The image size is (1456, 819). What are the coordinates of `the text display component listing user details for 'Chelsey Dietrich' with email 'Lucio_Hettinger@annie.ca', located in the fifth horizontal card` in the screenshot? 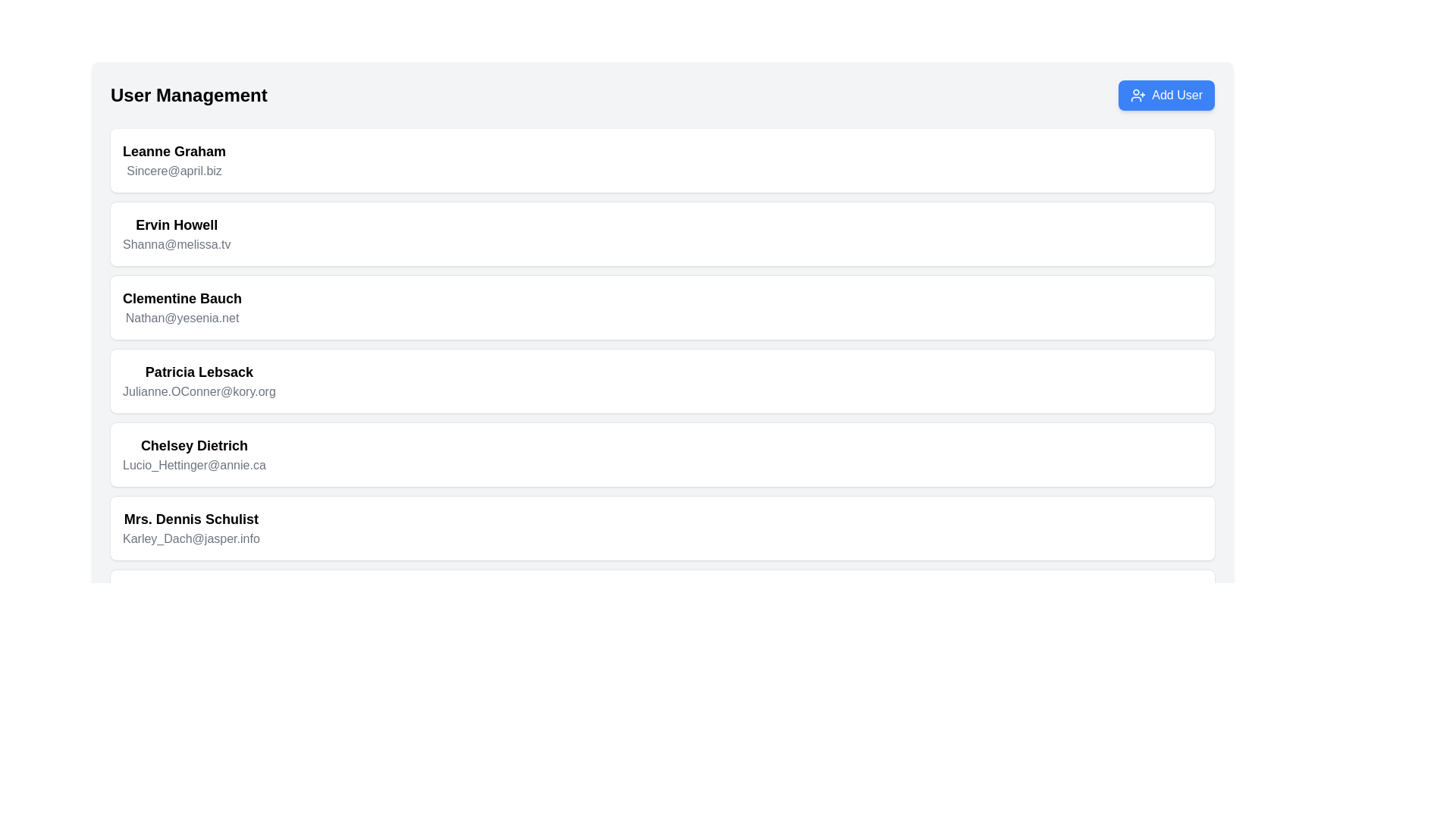 It's located at (193, 454).